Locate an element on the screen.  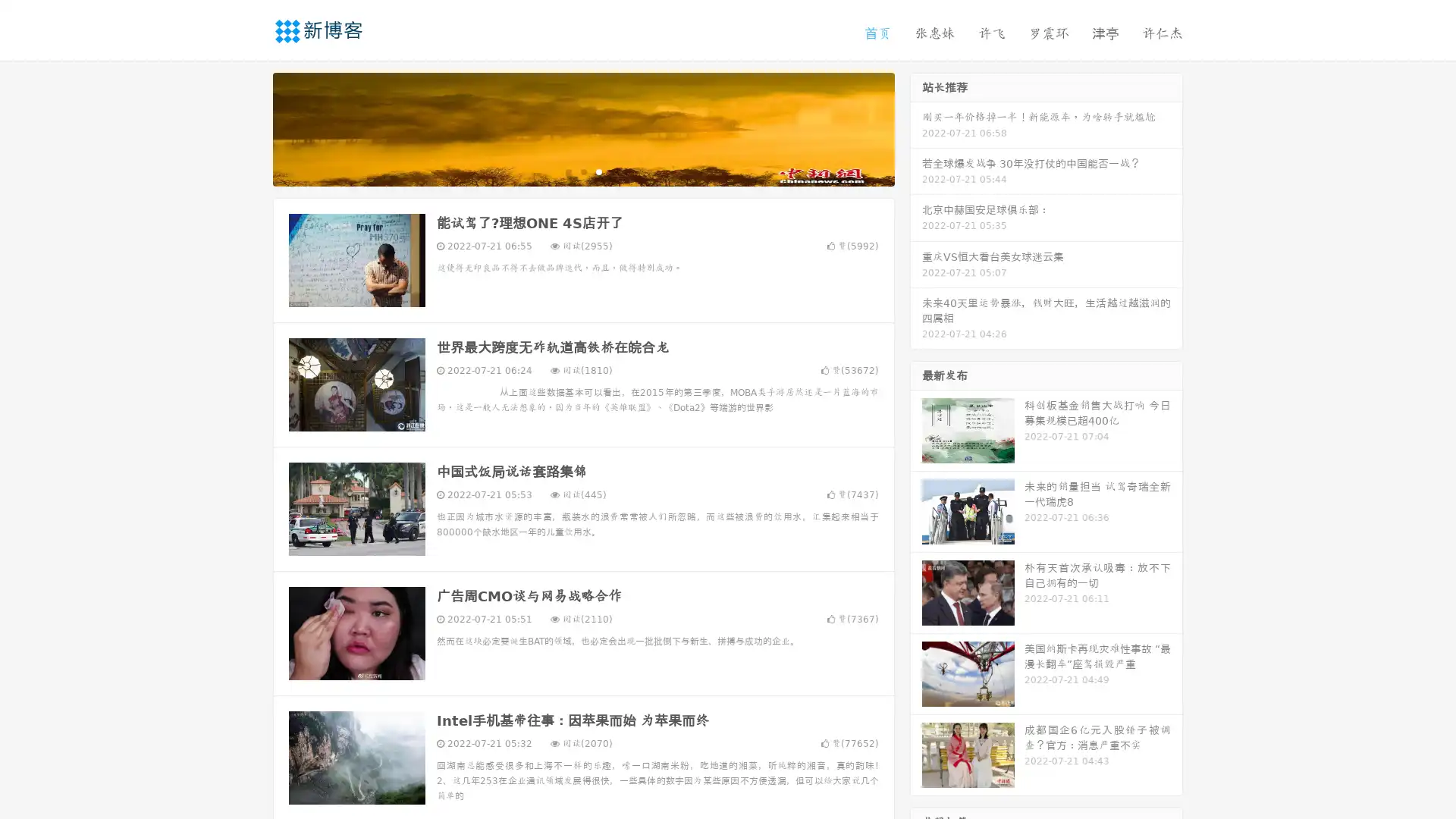
Previous slide is located at coordinates (250, 127).